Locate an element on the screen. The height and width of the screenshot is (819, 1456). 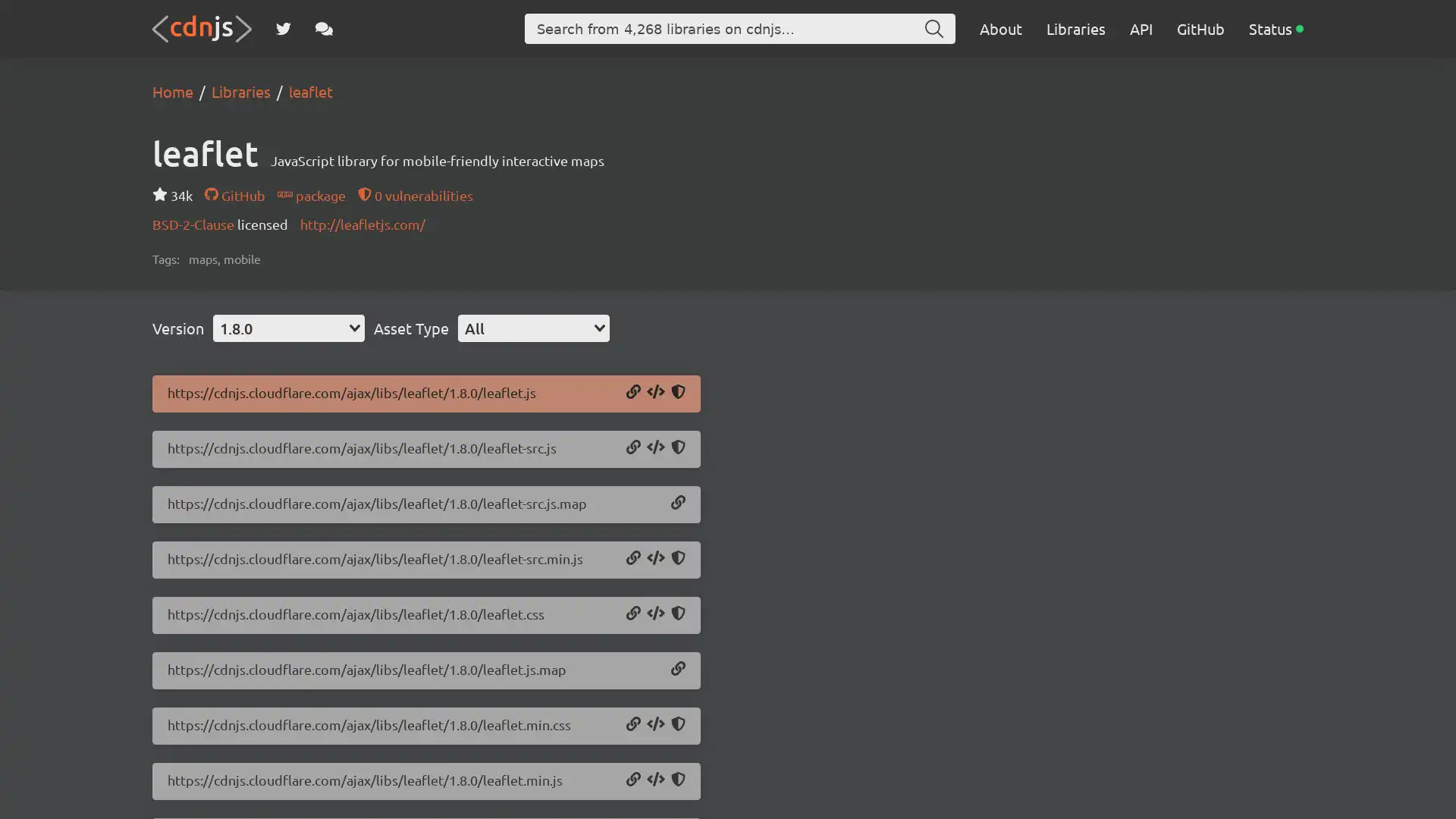
Copy Link Tag is located at coordinates (655, 614).